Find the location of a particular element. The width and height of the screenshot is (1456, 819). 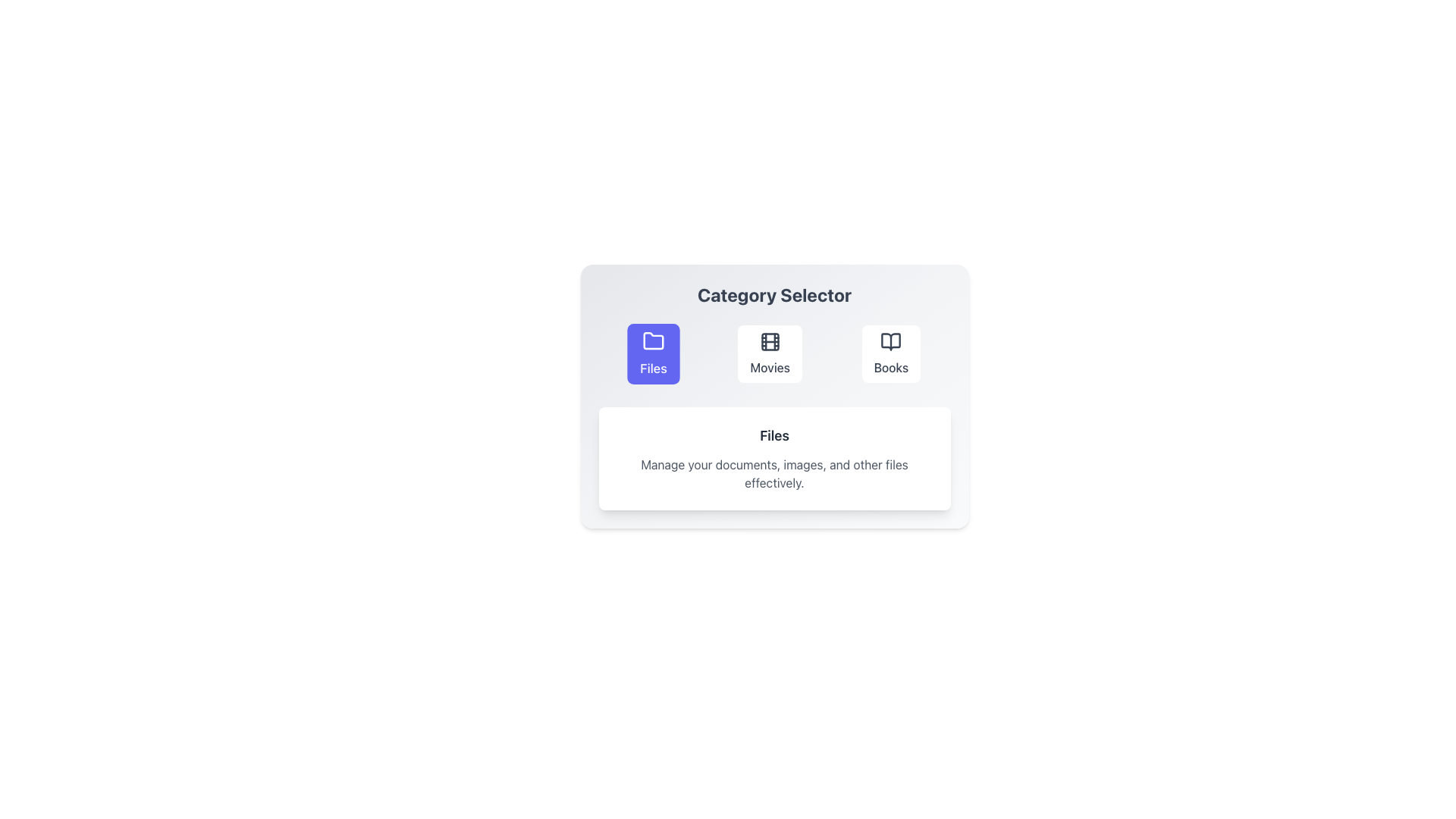

the 'Files' button which contains the SVG icon representing the 'Files' category, located at the center coordinates of the button is located at coordinates (653, 341).